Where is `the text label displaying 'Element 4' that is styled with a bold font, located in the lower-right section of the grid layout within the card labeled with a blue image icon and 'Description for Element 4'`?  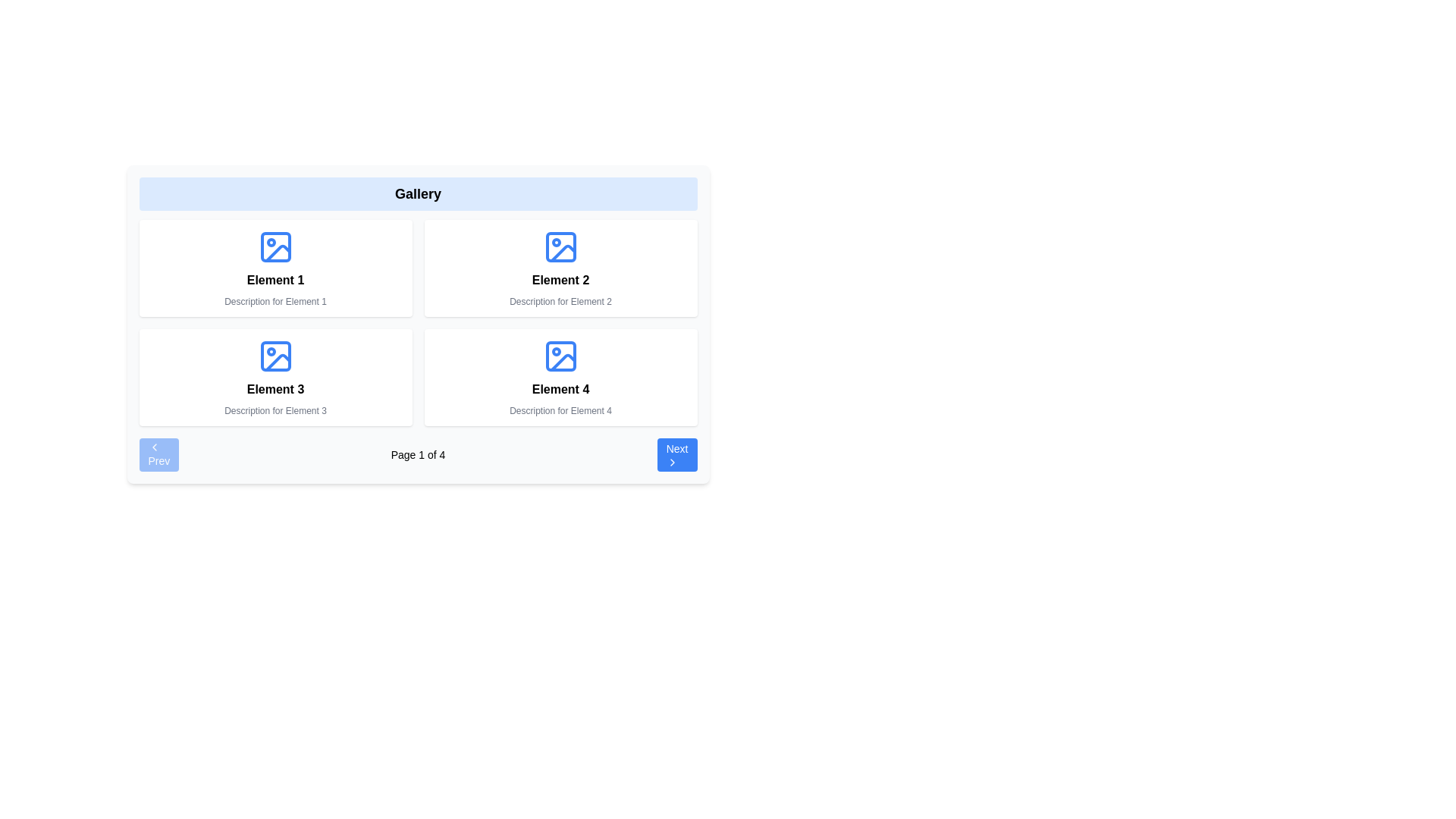 the text label displaying 'Element 4' that is styled with a bold font, located in the lower-right section of the grid layout within the card labeled with a blue image icon and 'Description for Element 4' is located at coordinates (560, 388).